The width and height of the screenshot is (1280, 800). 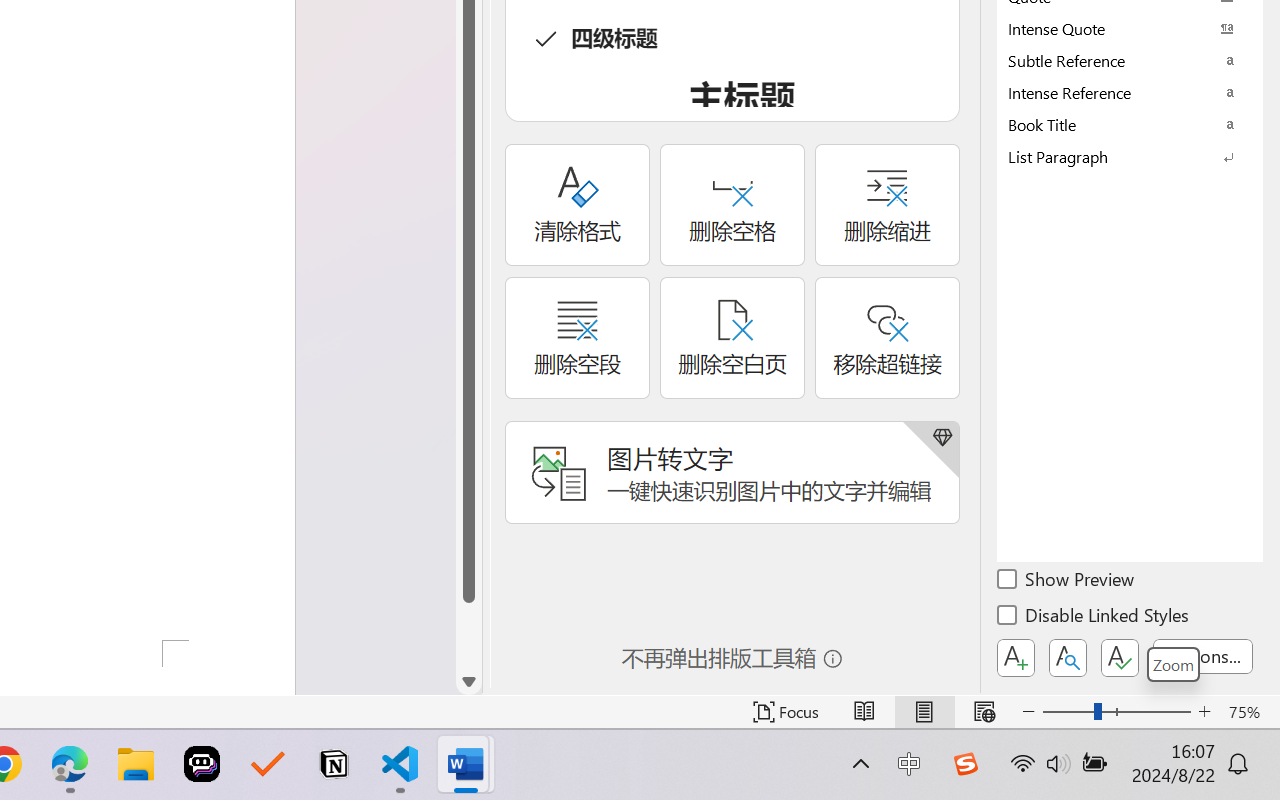 What do you see at coordinates (1130, 123) in the screenshot?
I see `'Book Title'` at bounding box center [1130, 123].